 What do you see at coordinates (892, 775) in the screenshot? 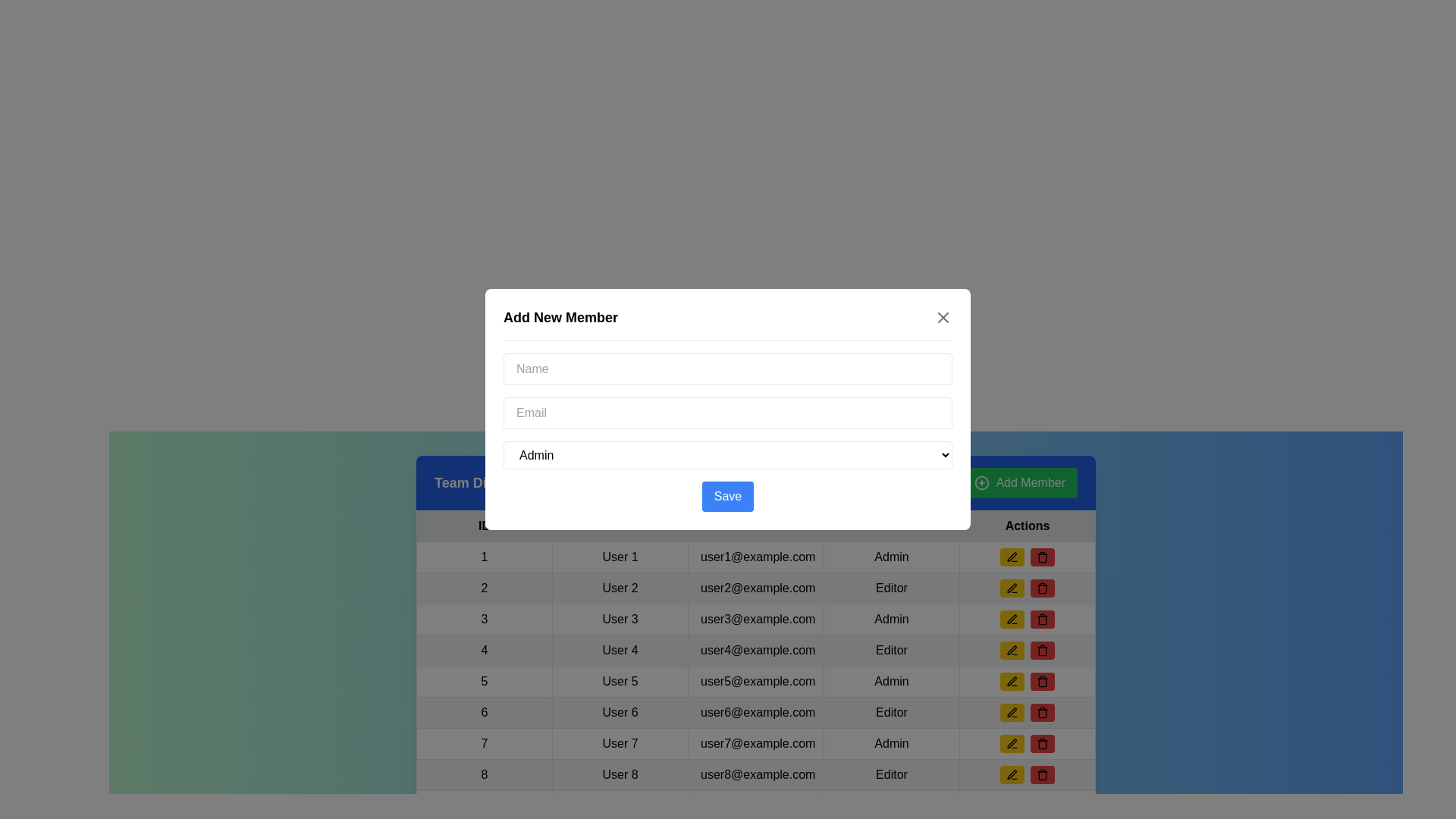
I see `the 'Editor' text label, which is the fourth element in its row, displayed in a plain sans-serif font and centered within a bordered, slightly shaded rectangular cell` at bounding box center [892, 775].